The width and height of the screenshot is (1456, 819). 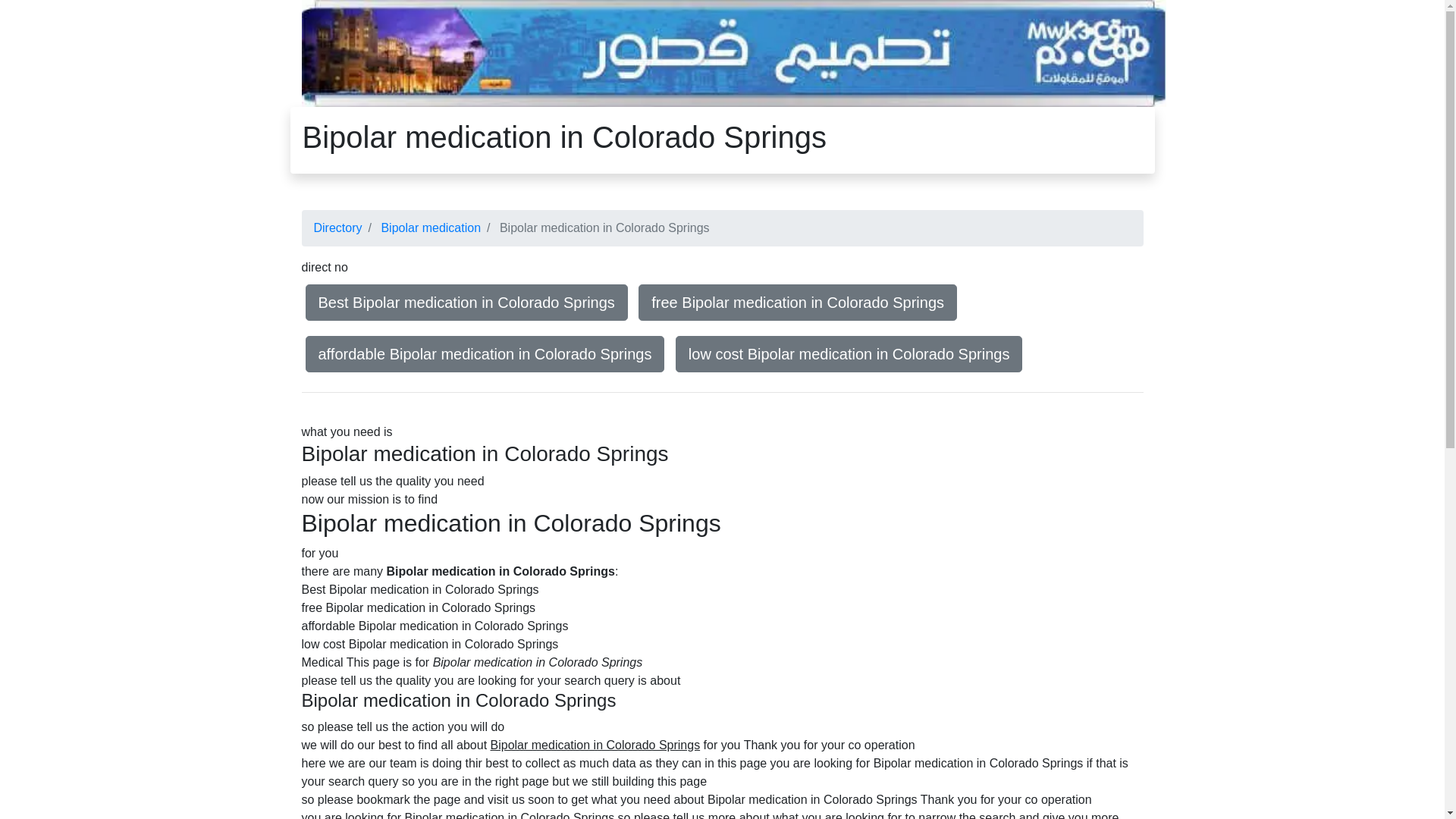 I want to click on 'Directory', so click(x=337, y=227).